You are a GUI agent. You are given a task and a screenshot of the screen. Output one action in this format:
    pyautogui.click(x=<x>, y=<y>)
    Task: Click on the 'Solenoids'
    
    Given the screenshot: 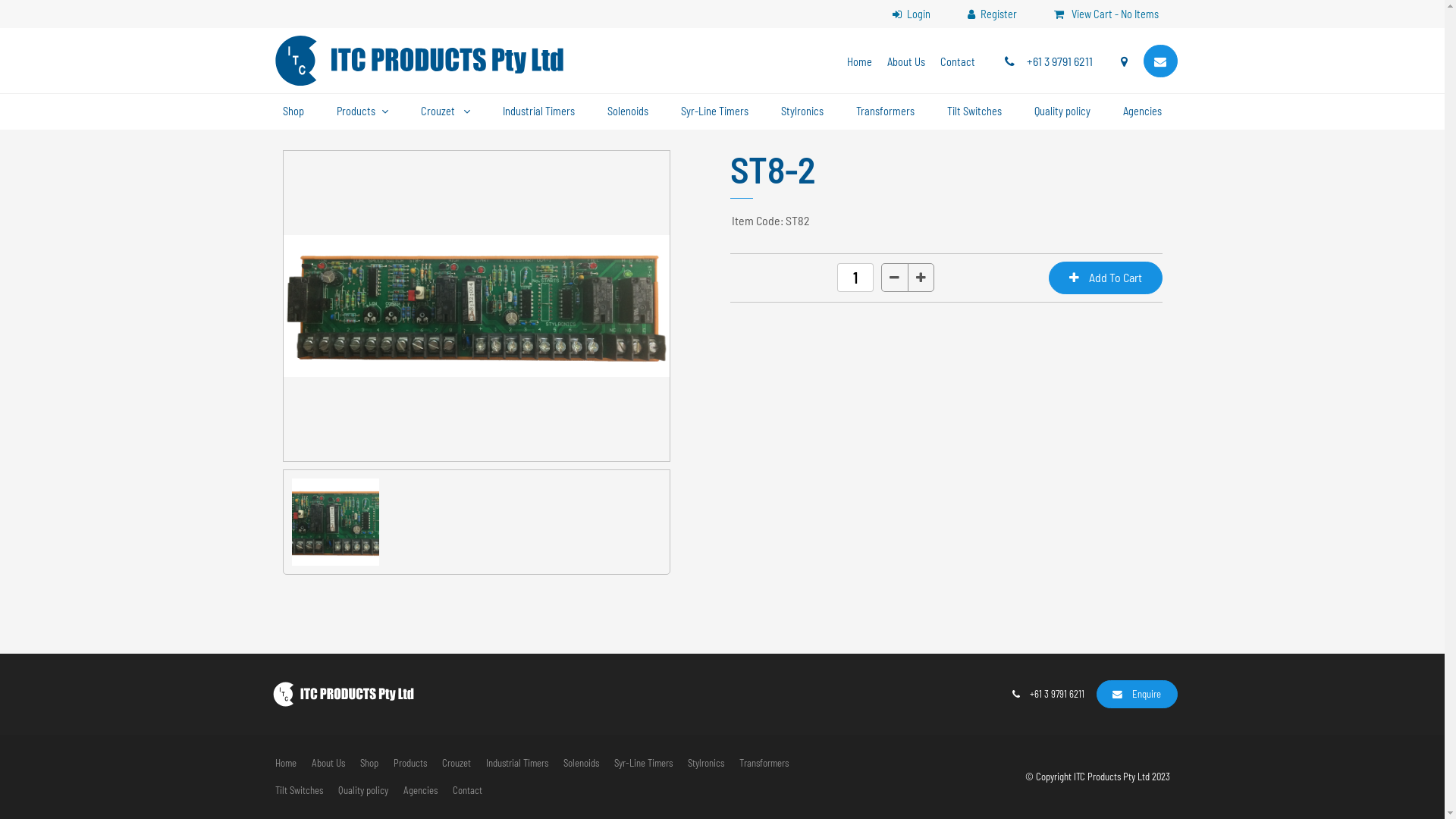 What is the action you would take?
    pyautogui.click(x=554, y=763)
    